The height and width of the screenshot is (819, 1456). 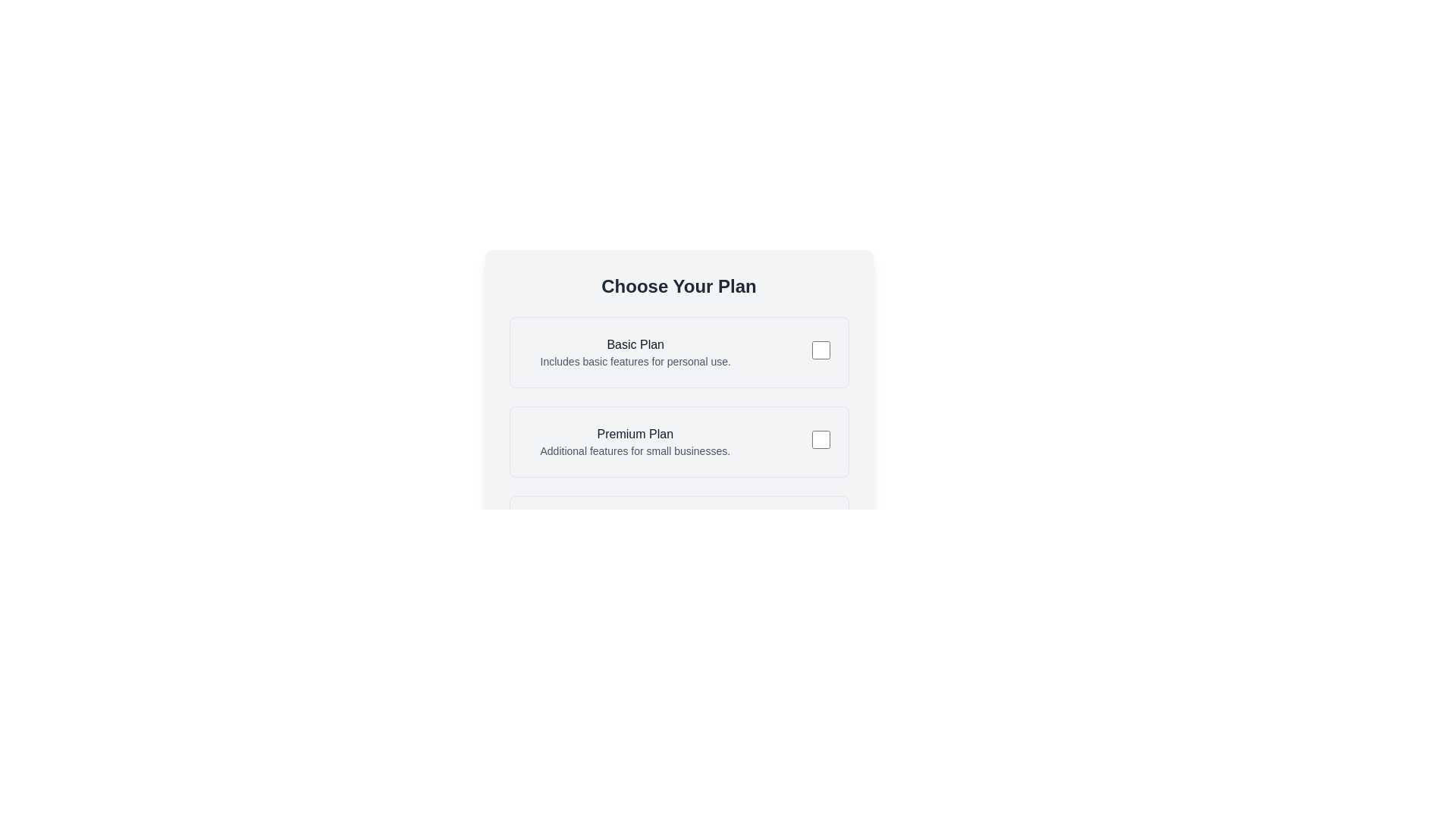 I want to click on the 'Premium Plan' title text label, which is located within the selection card below the 'Basic Plan' card, serving as the main title above the description text, so click(x=635, y=435).